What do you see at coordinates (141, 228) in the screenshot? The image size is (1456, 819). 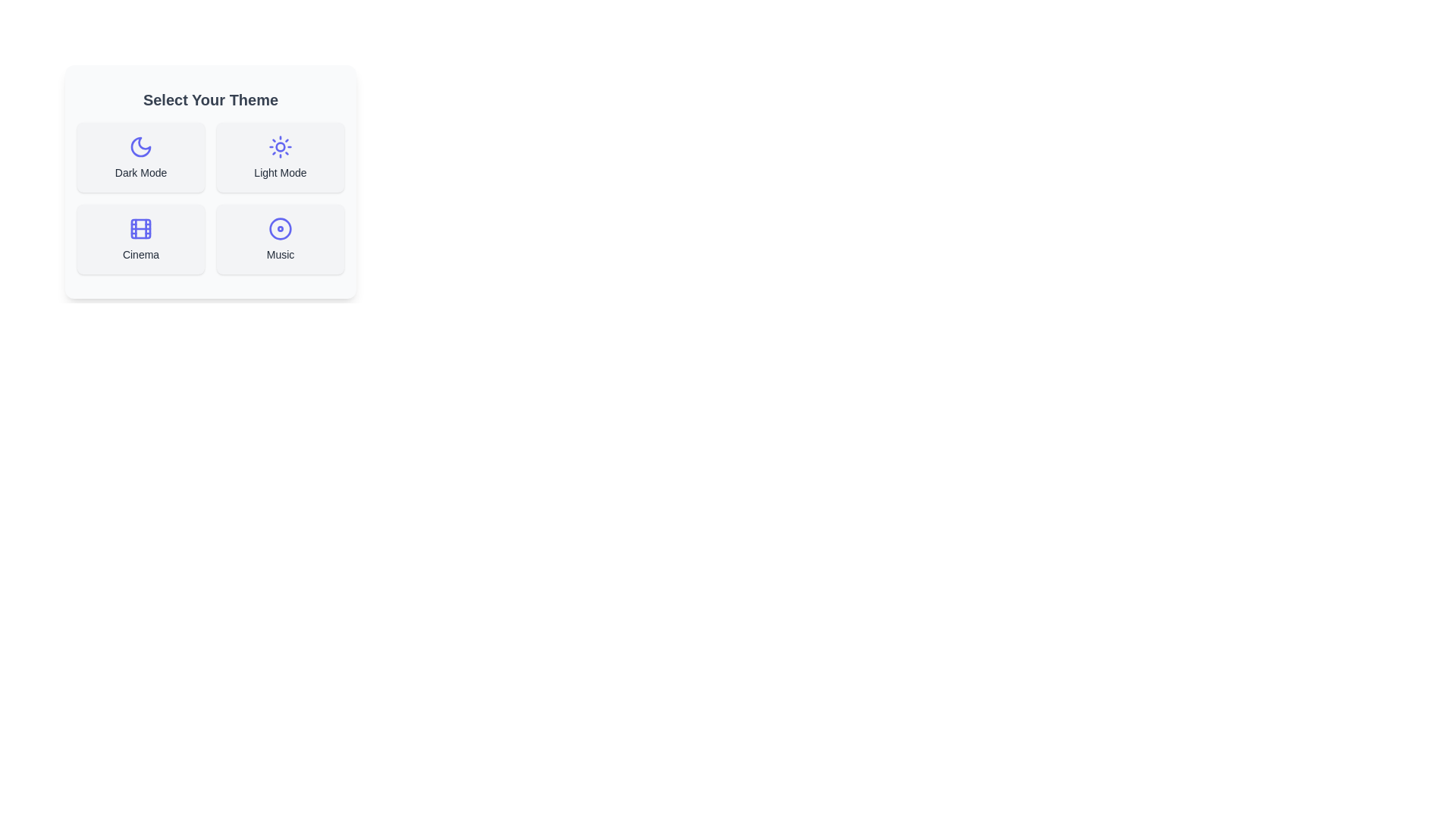 I see `the film-like icon with a blue hue, located within the 'Cinema' option below 'Dark Mode'` at bounding box center [141, 228].